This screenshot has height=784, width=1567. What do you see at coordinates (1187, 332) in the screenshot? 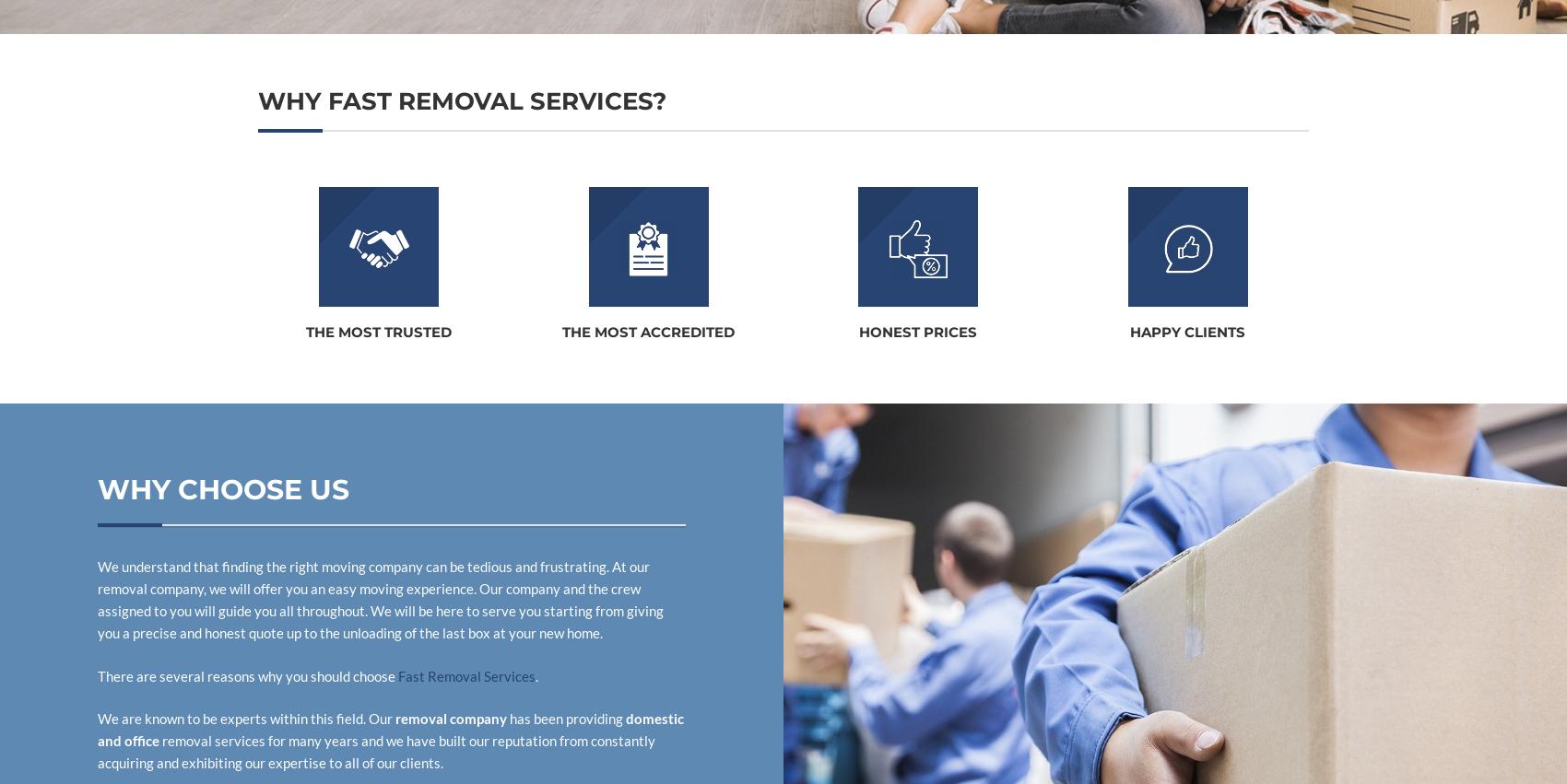
I see `'HAPPY CLIENTS'` at bounding box center [1187, 332].